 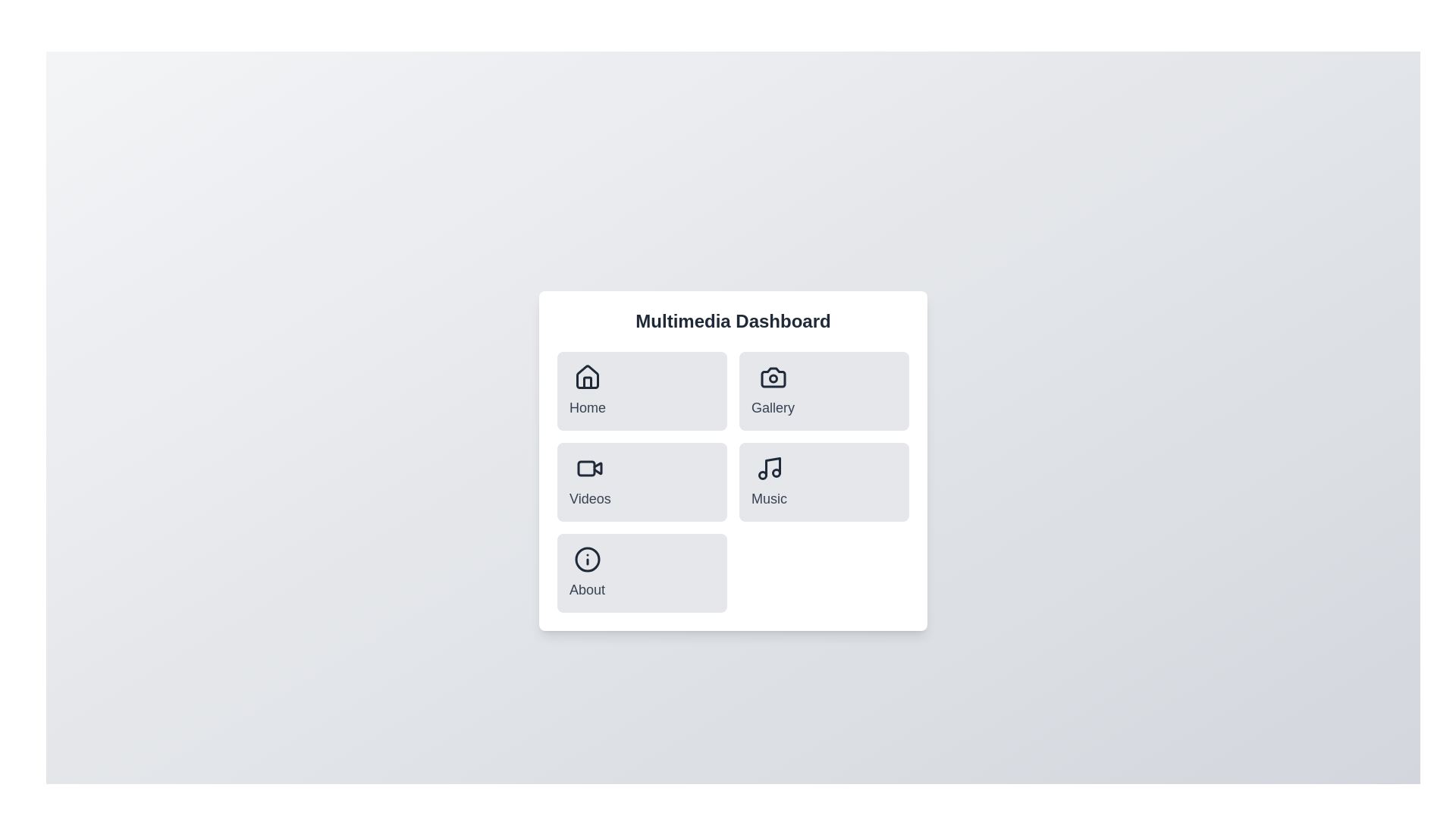 I want to click on the menu item labeled Gallery to display its description, so click(x=772, y=391).